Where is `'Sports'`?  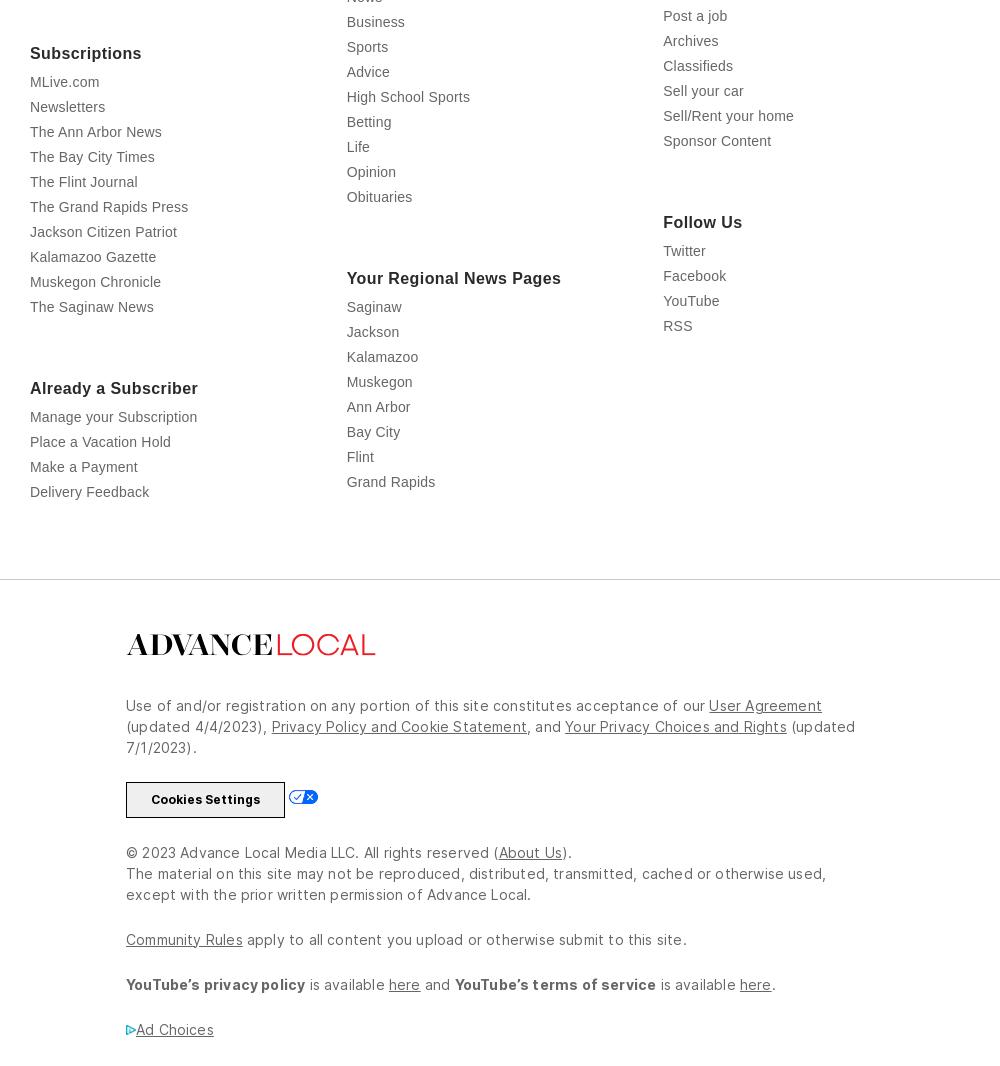 'Sports' is located at coordinates (345, 133).